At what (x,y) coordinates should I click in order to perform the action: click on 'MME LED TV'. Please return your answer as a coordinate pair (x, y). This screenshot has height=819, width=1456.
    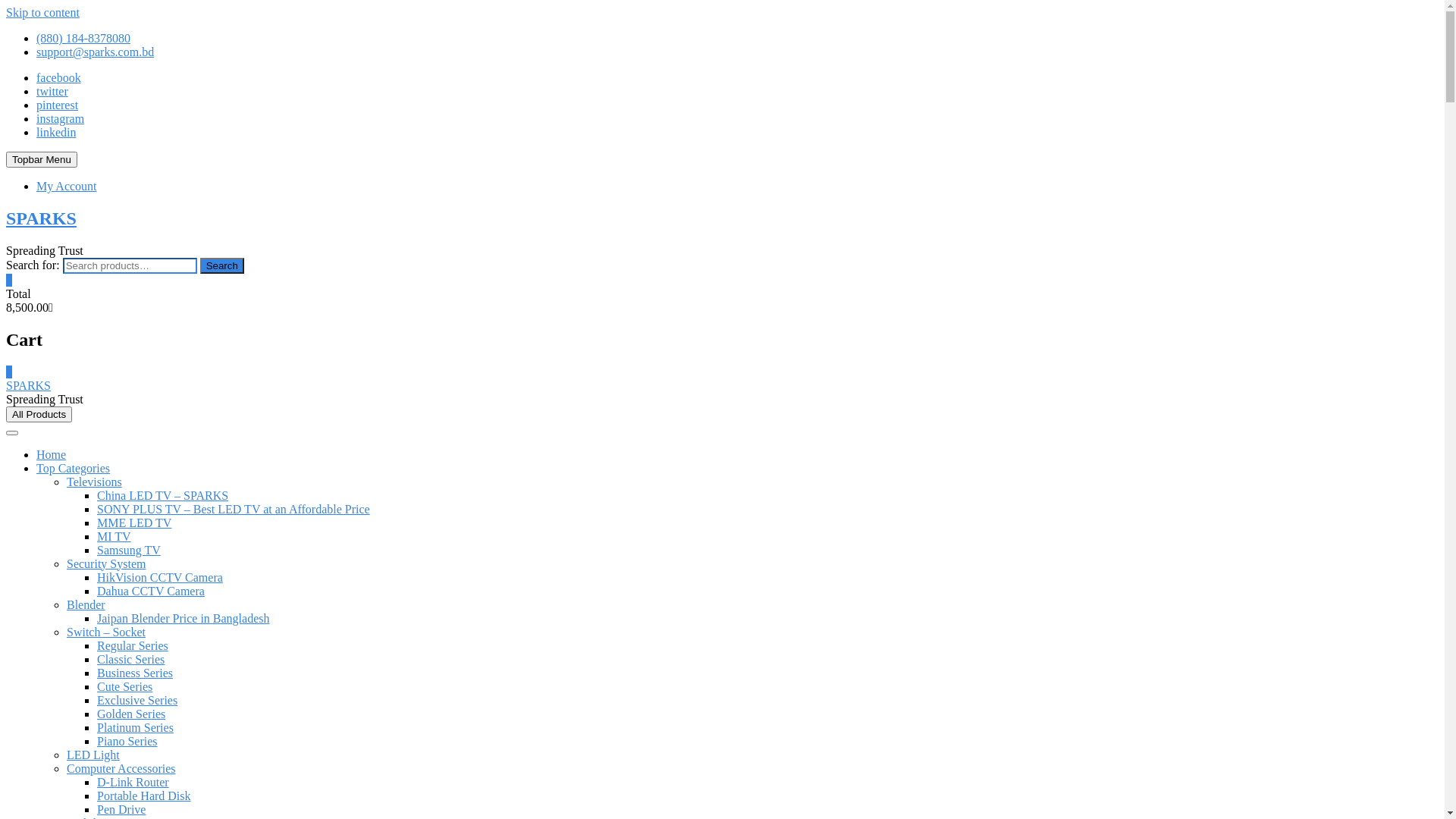
    Looking at the image, I should click on (134, 522).